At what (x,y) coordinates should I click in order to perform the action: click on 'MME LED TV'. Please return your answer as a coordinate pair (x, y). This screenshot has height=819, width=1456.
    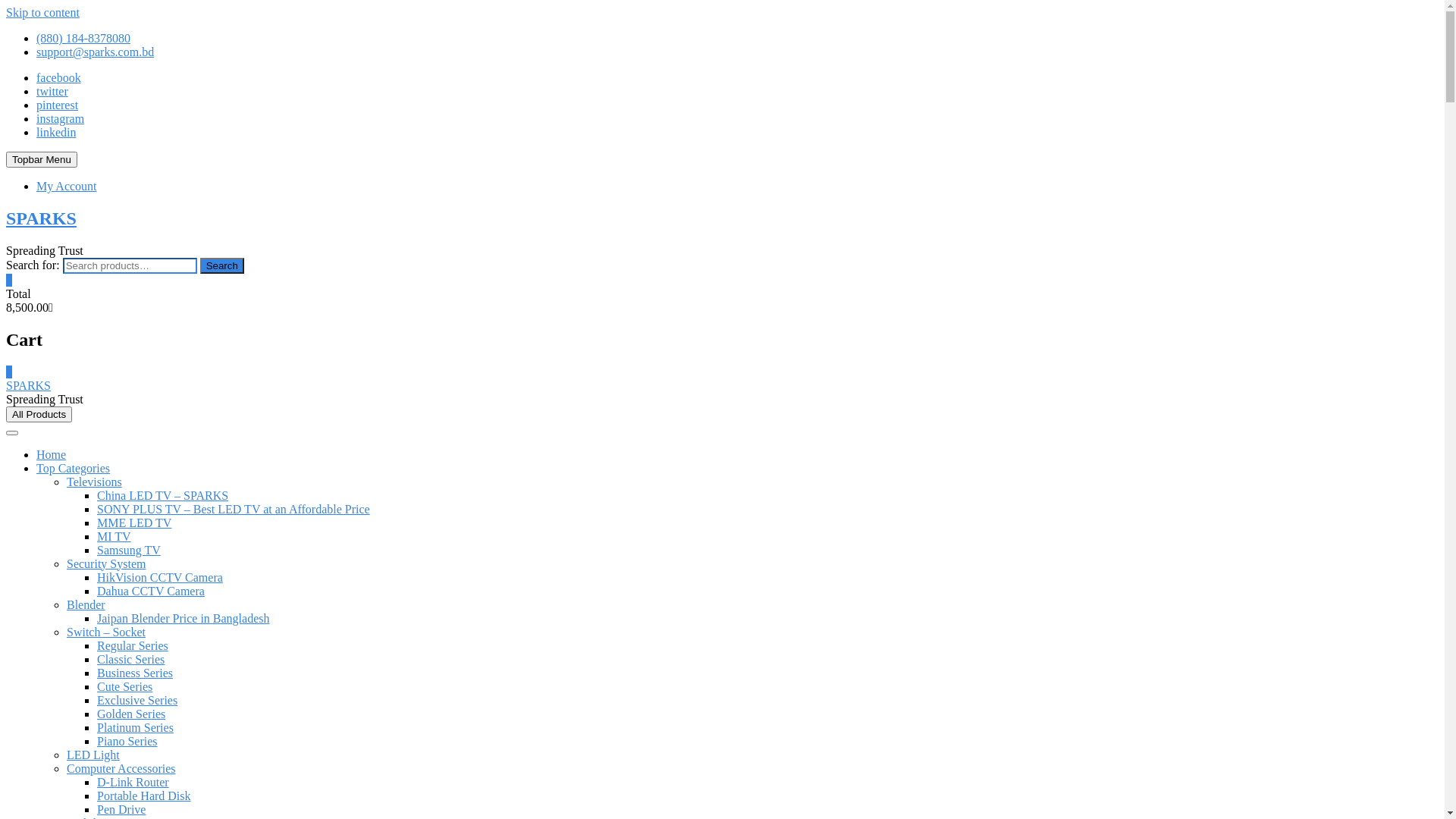
    Looking at the image, I should click on (134, 522).